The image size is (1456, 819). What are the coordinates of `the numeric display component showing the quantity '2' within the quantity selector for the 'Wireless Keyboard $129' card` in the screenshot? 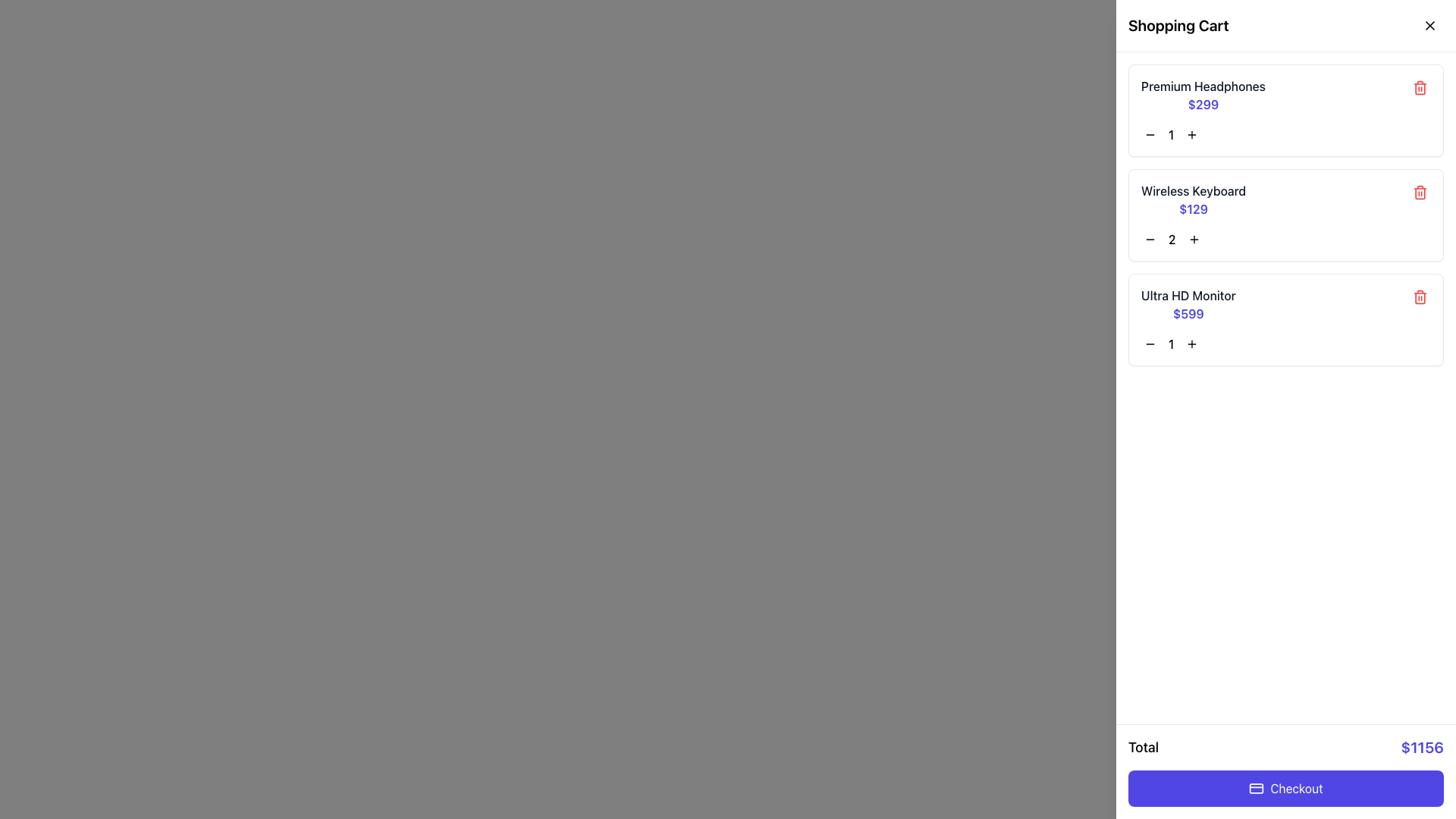 It's located at (1285, 239).